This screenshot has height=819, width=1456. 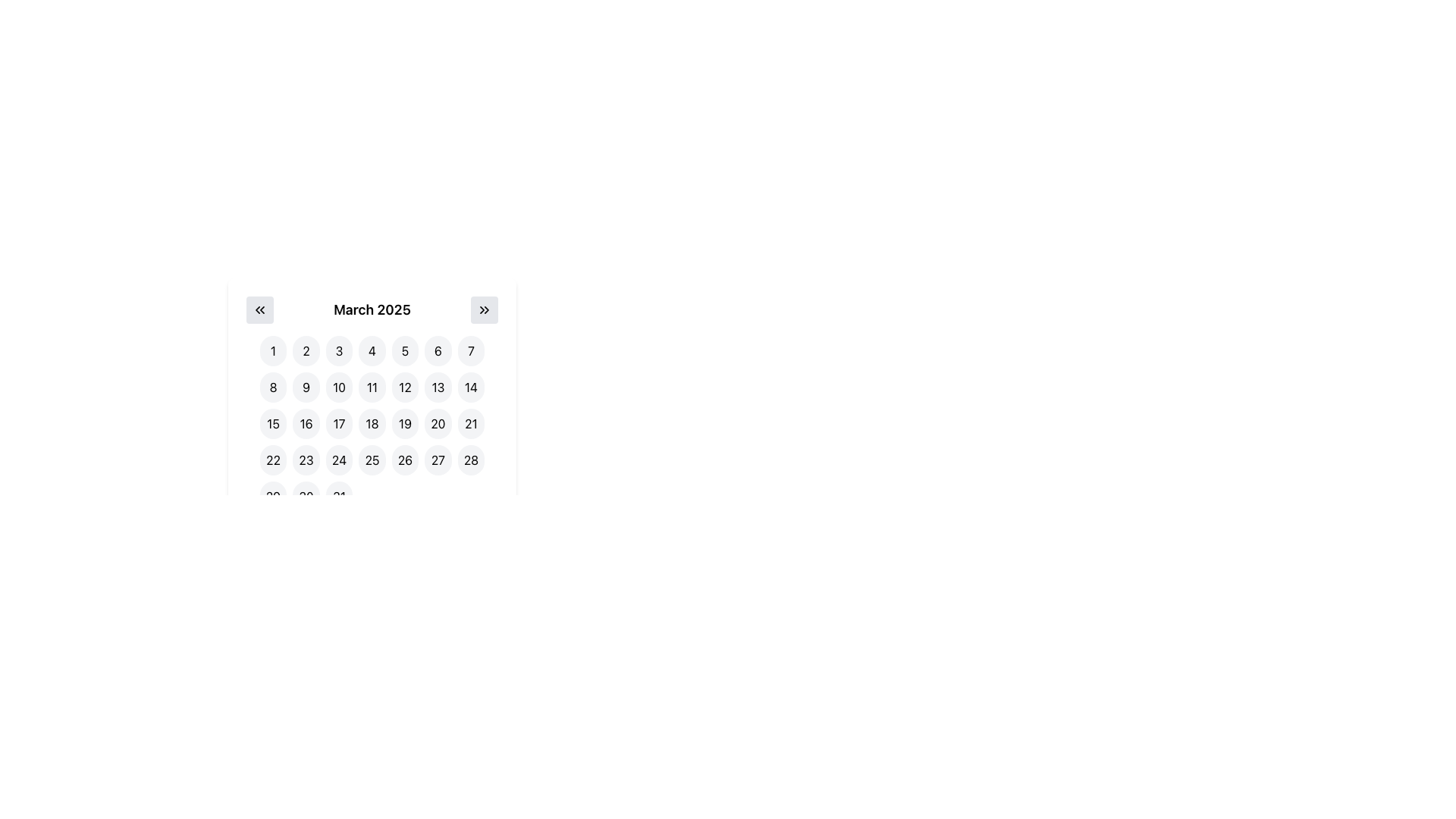 I want to click on the left double chevron button styled with black lines on a gray circular background in the date-picker interface, so click(x=259, y=309).